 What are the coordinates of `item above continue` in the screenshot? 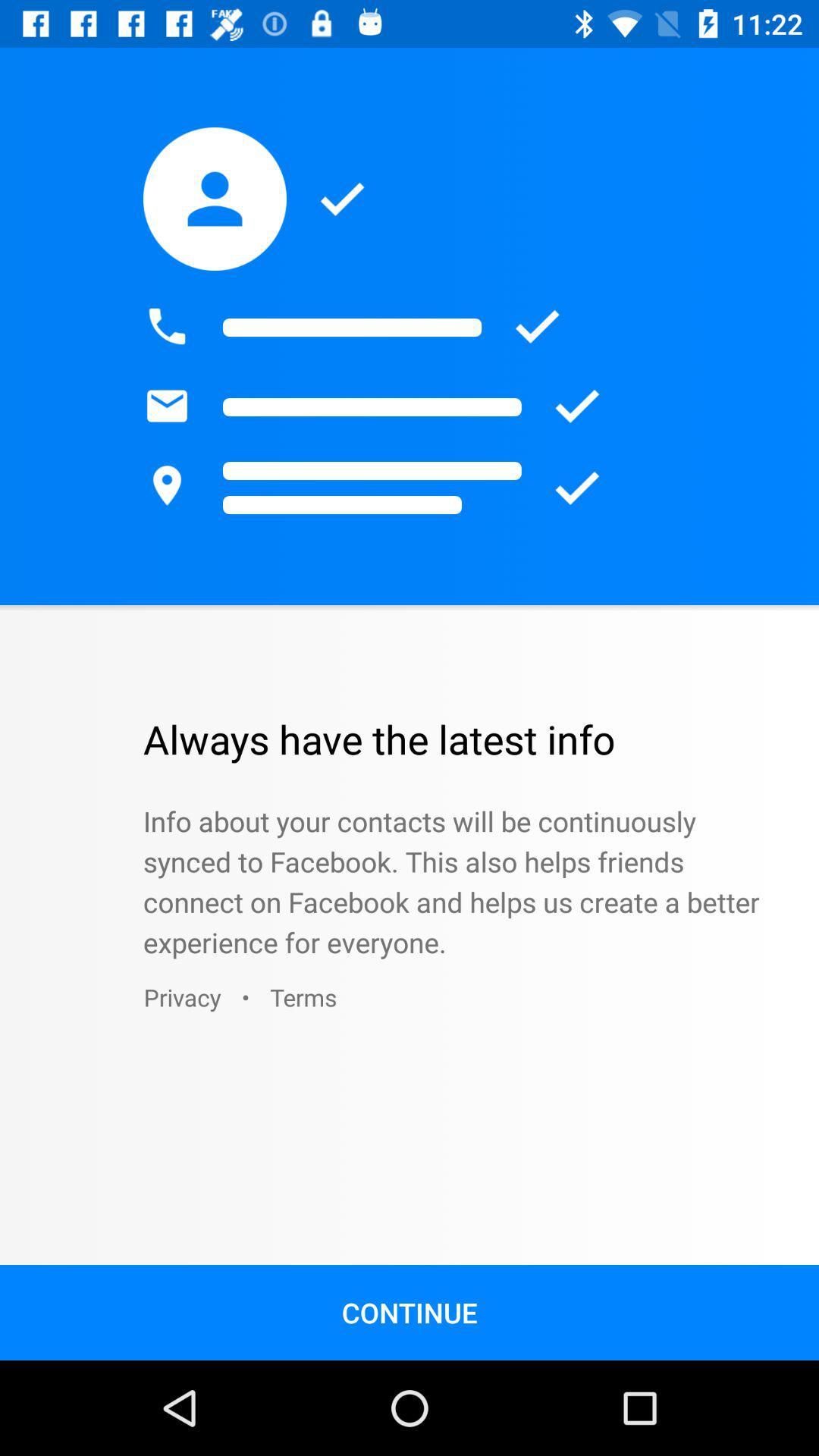 It's located at (303, 997).